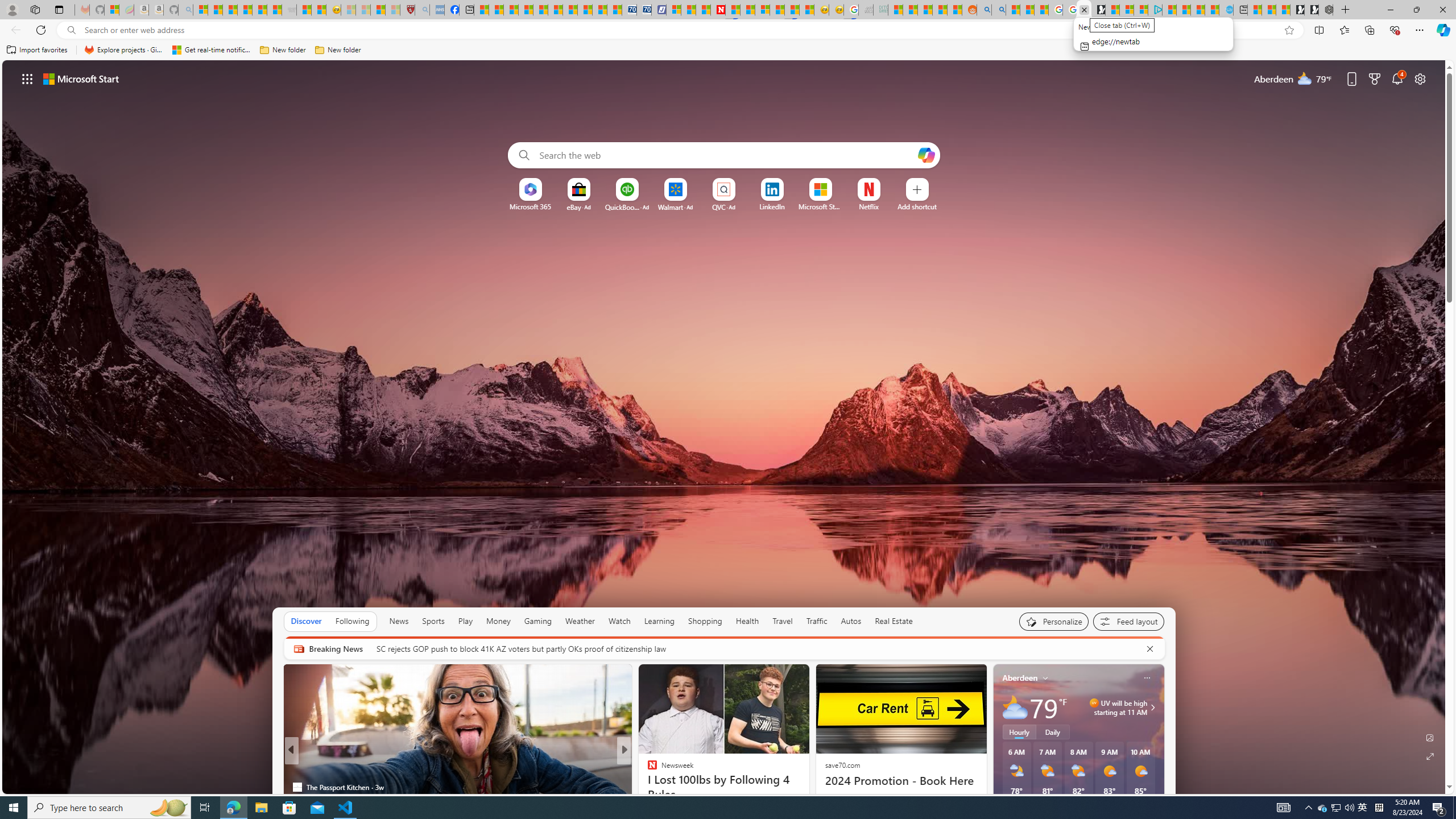 The image size is (1456, 819). Describe the element at coordinates (647, 768) in the screenshot. I see `'INSIDER'` at that location.